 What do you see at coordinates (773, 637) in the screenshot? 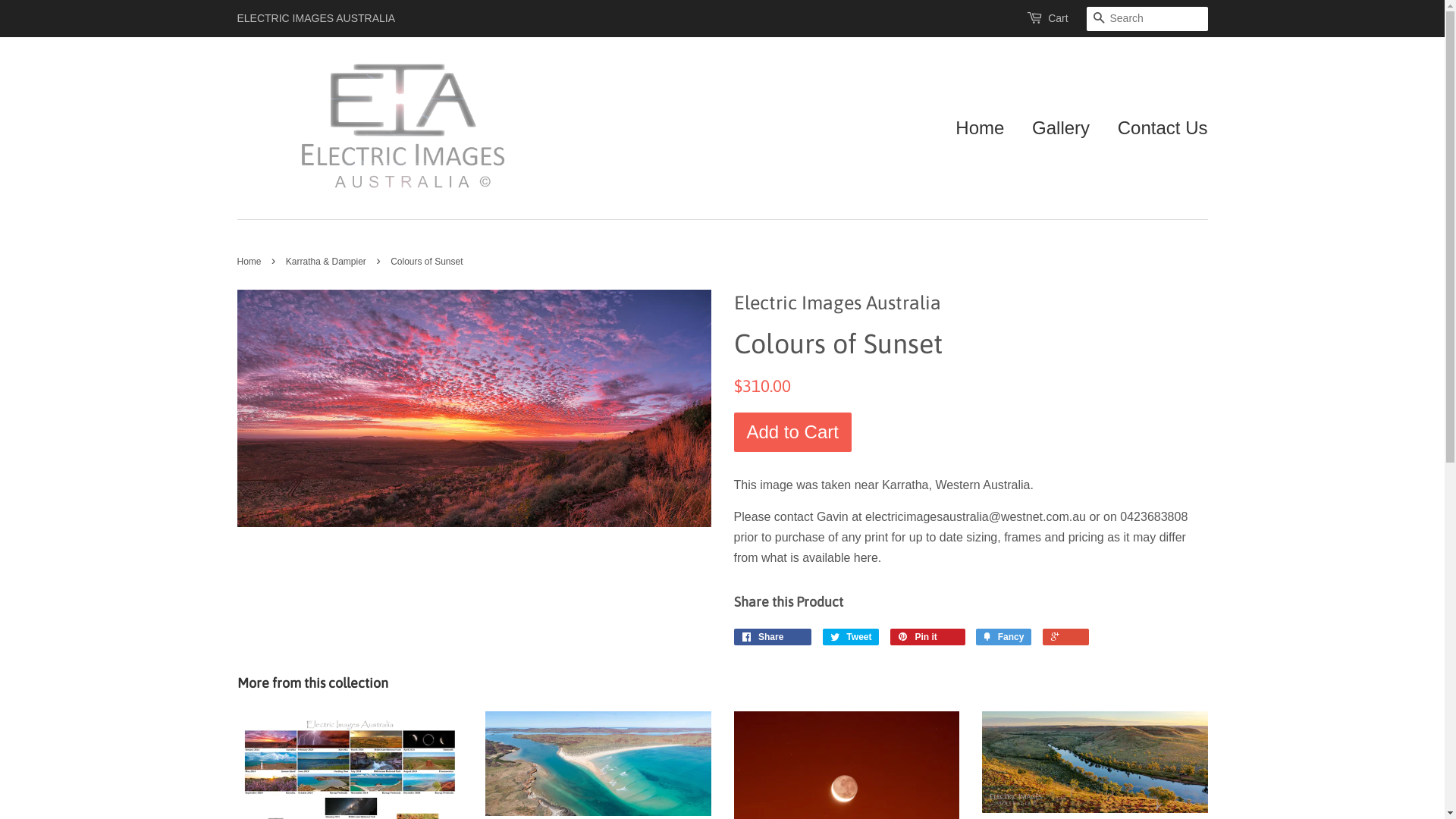
I see `'Share'` at bounding box center [773, 637].